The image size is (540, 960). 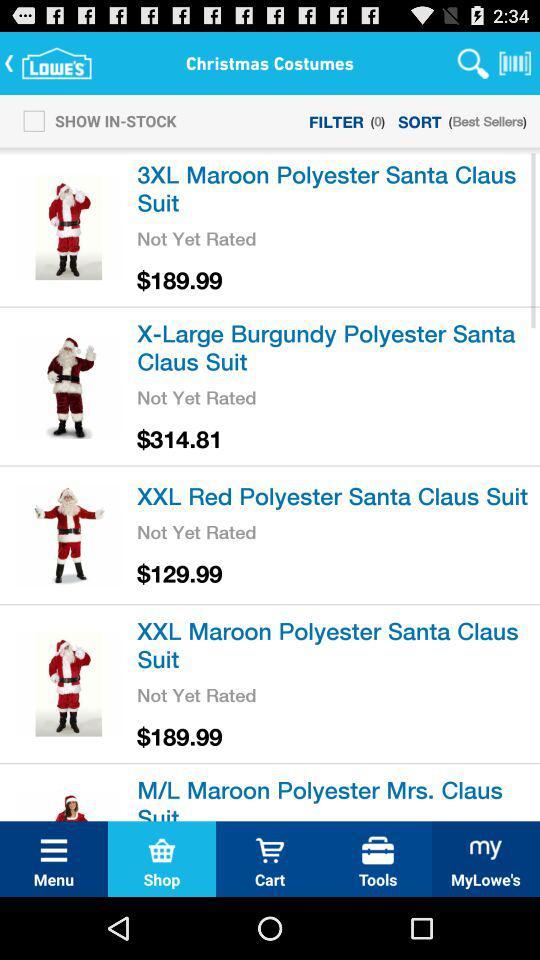 I want to click on the icon next to the (0) item, so click(x=419, y=120).